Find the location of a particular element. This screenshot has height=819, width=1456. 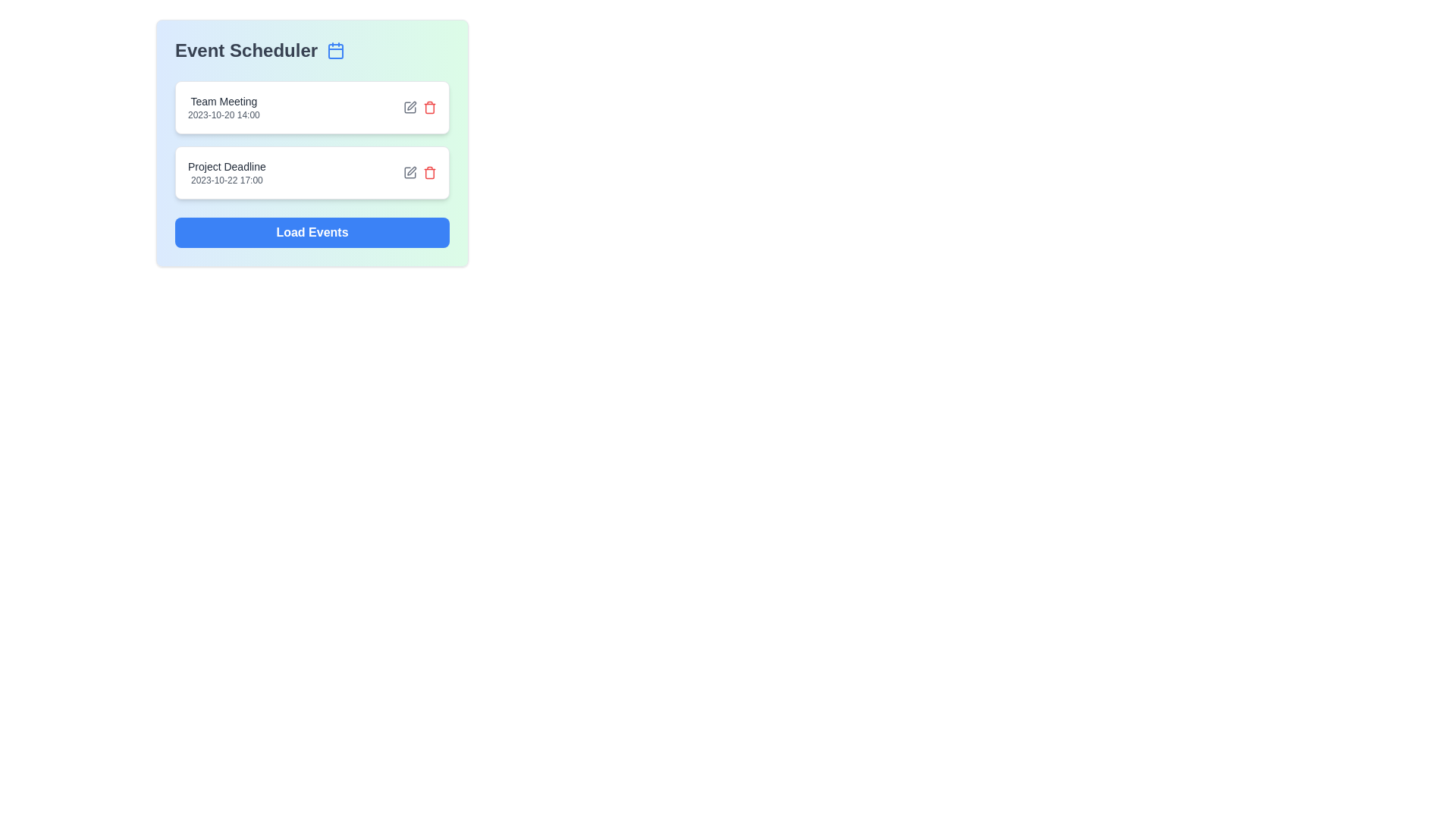

the red trash can icon representing the delete action located on the right side of the second event item under 'Event Scheduler' is located at coordinates (428, 171).